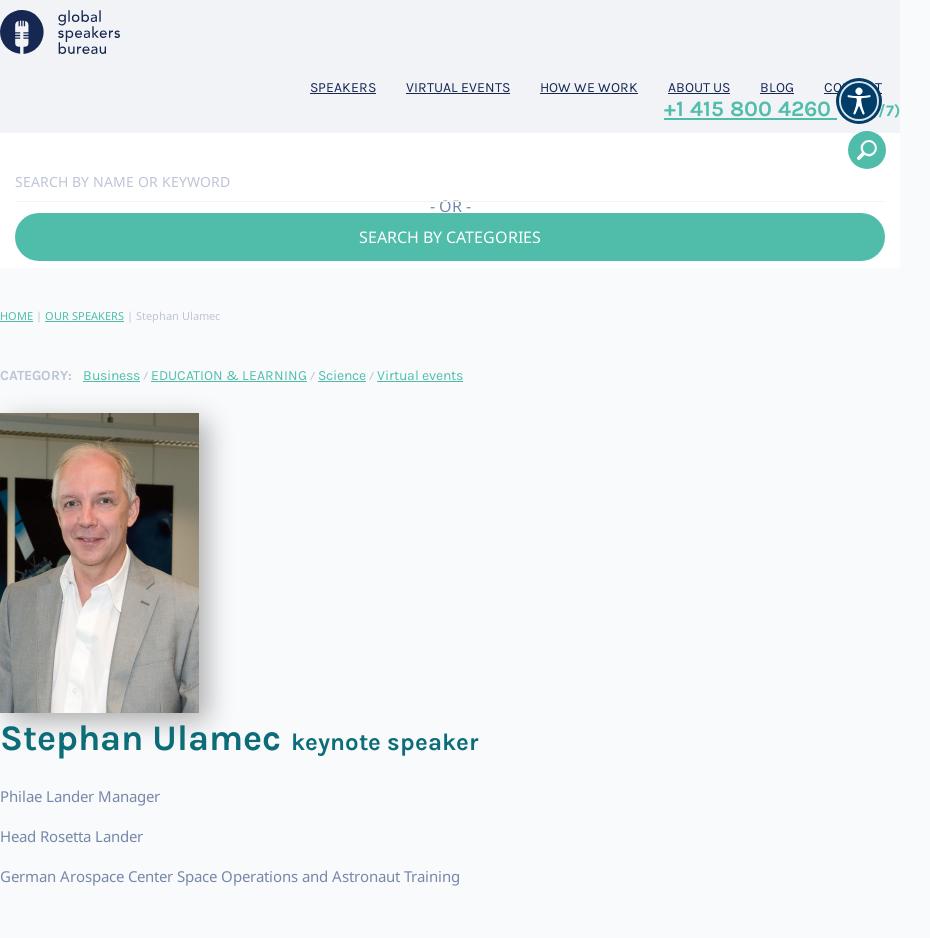 This screenshot has width=930, height=938. I want to click on 'EDUCATION & LEARNING', so click(227, 373).